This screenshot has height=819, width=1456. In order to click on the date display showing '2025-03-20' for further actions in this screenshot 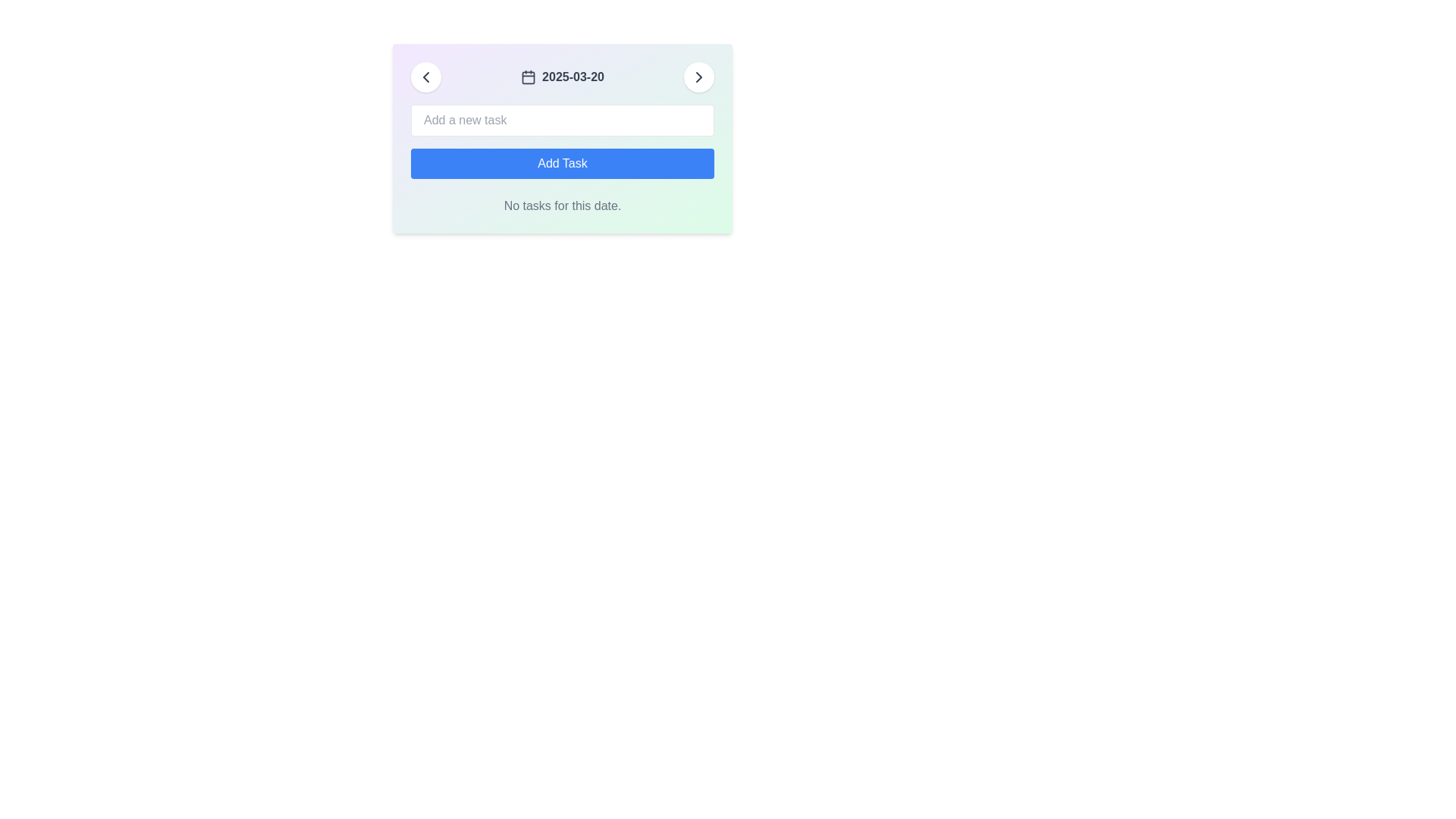, I will do `click(562, 77)`.